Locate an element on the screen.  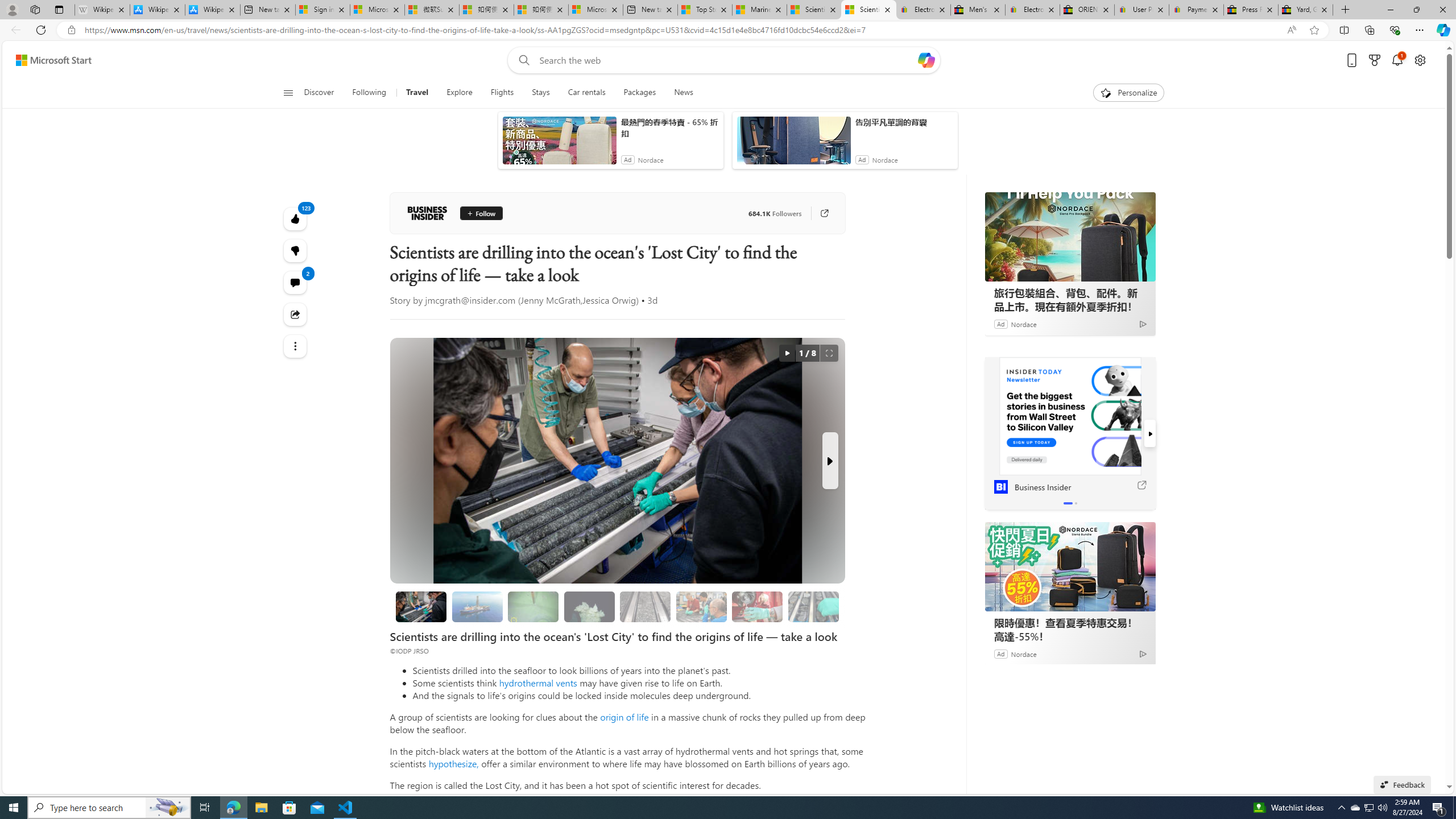
'Stays' is located at coordinates (540, 92).